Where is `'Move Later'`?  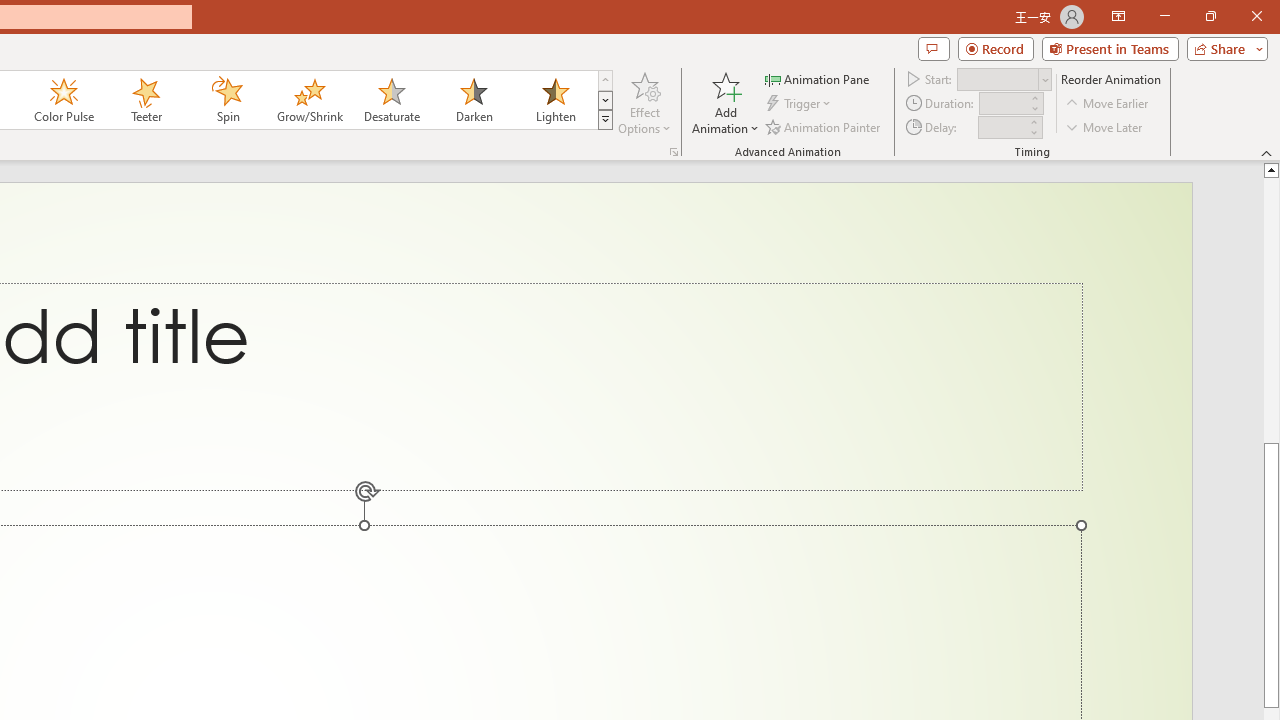
'Move Later' is located at coordinates (1104, 127).